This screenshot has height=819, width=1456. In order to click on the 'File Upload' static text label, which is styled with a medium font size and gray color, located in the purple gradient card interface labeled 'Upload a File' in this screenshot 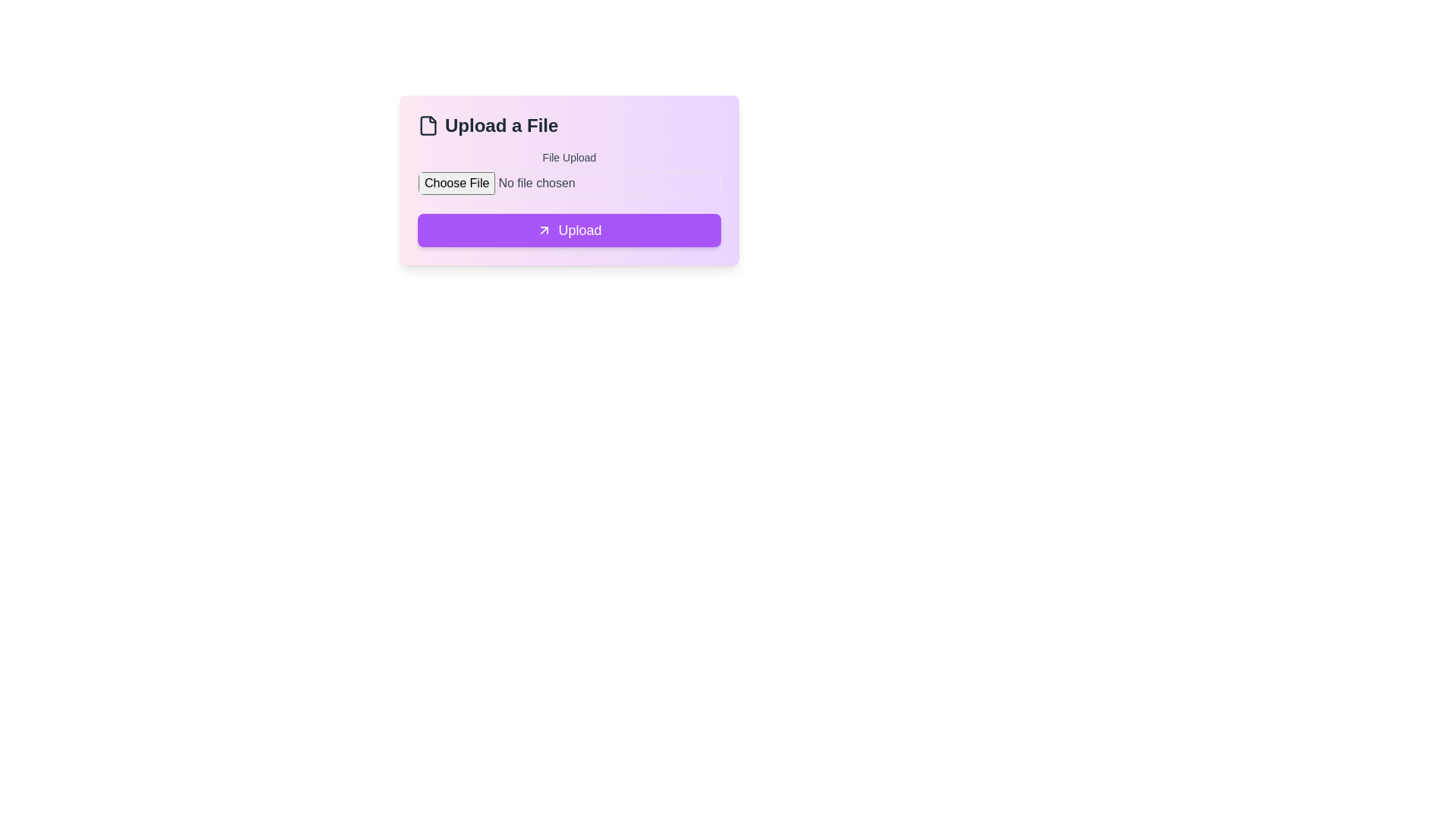, I will do `click(568, 158)`.